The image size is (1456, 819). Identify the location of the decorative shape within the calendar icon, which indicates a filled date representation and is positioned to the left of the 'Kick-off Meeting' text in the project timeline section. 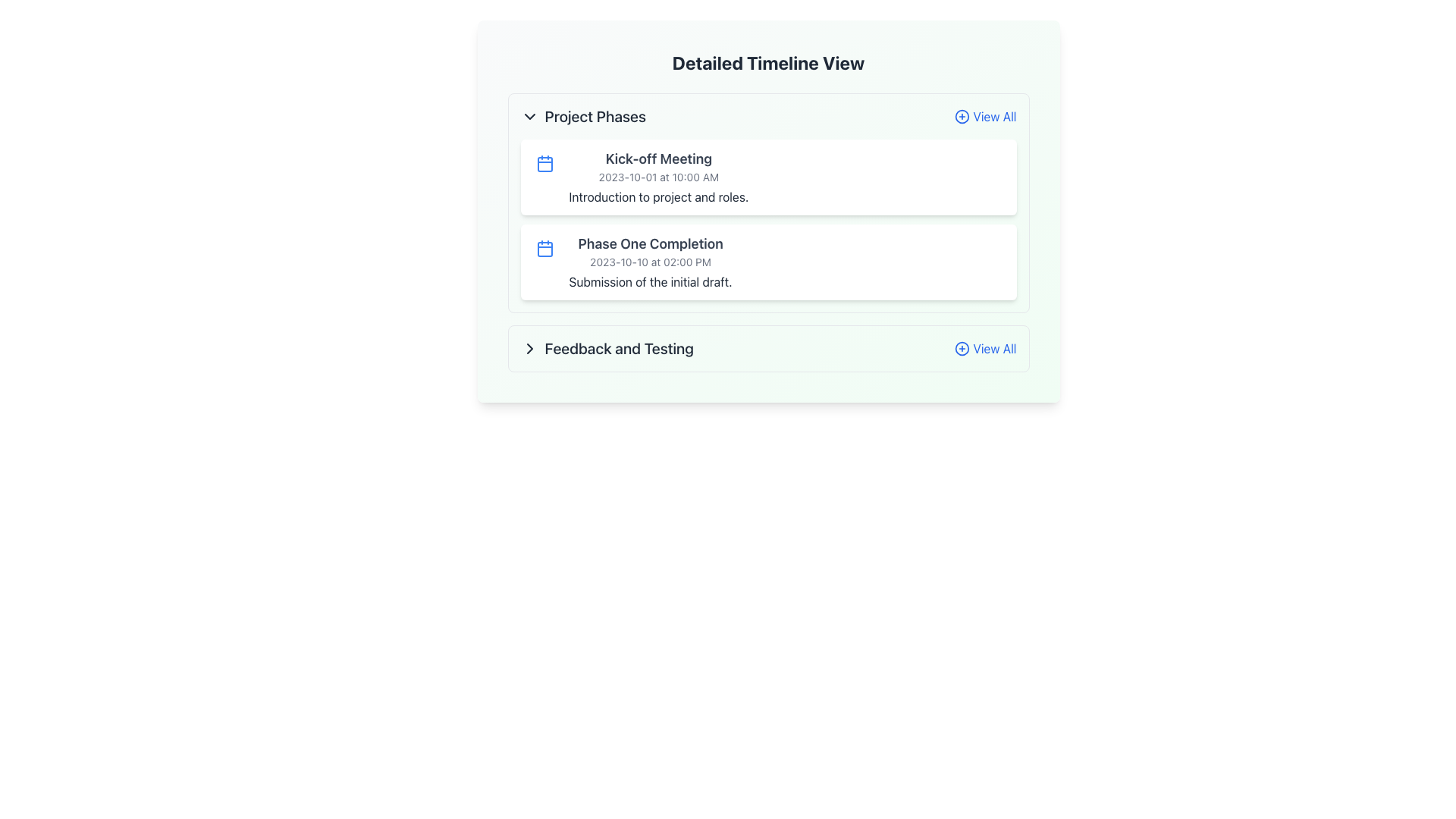
(544, 164).